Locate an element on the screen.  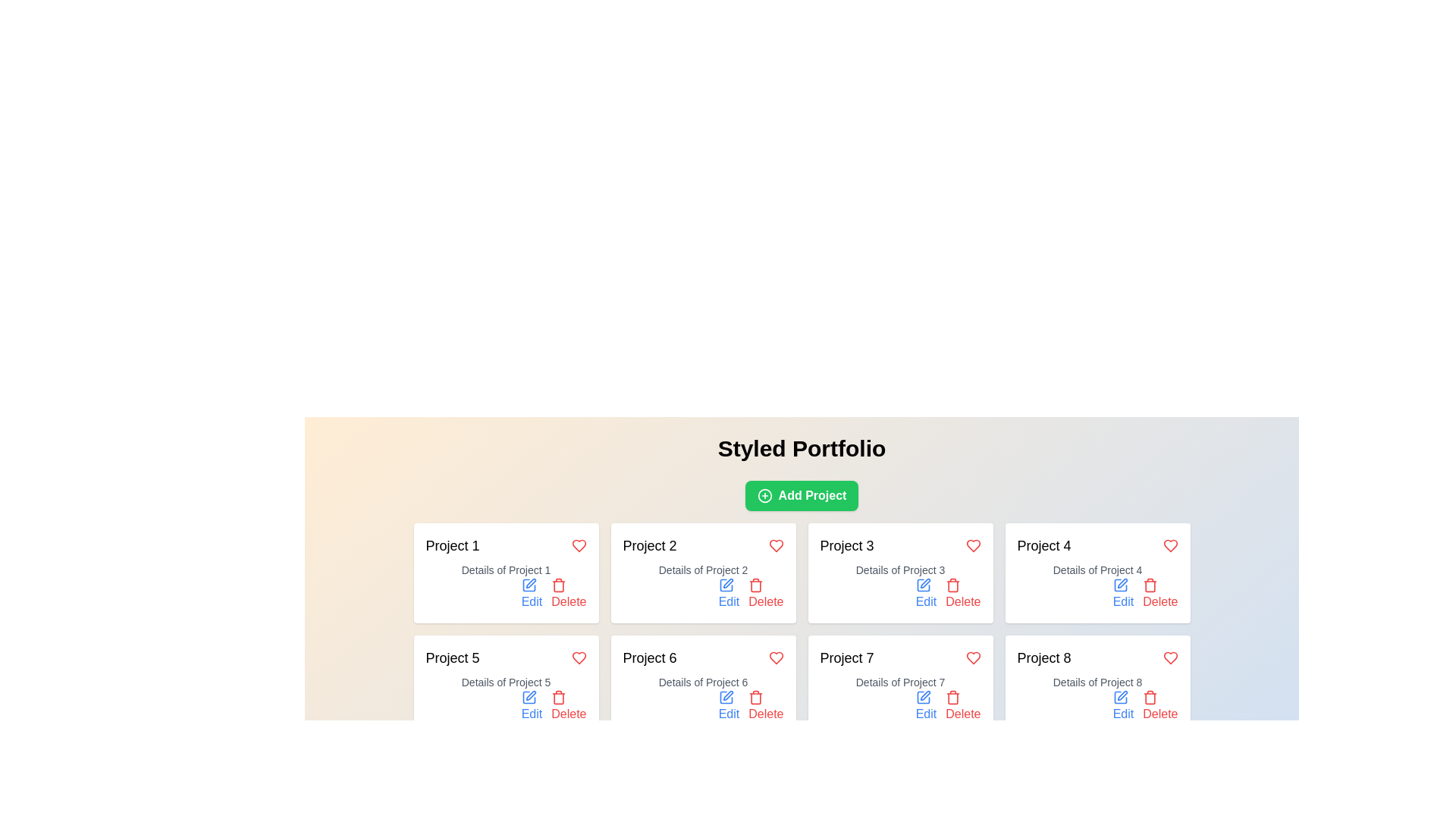
the trash can icon button located in the bottom-right corner of the Project 7 card to initiate the delete action is located at coordinates (952, 698).